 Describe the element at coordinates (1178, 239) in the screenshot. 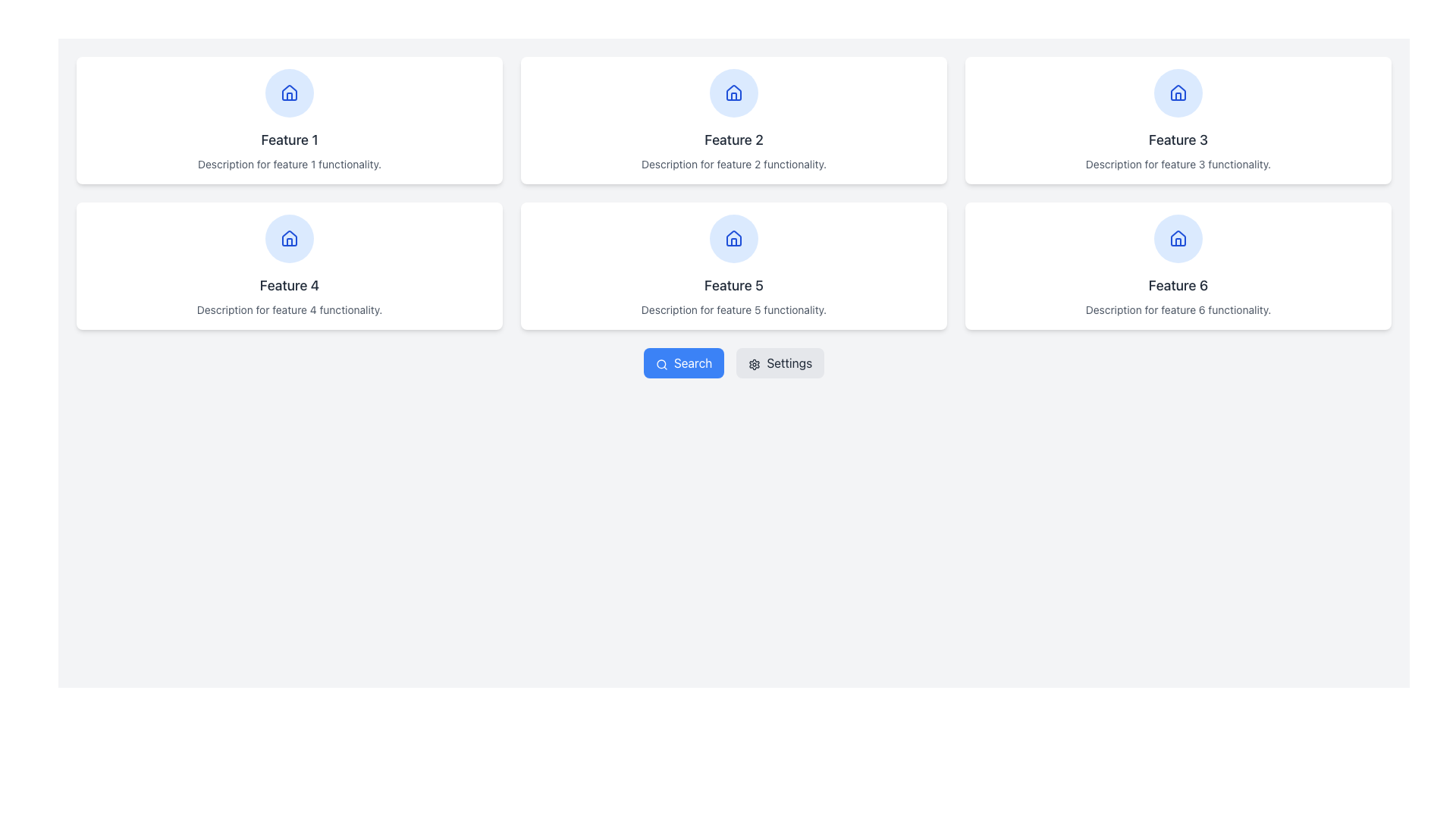

I see `the circular icon with a light blue background and house symbol located in the card labeled 'Feature 6' in the bottom-right corner of the grid layout` at that location.